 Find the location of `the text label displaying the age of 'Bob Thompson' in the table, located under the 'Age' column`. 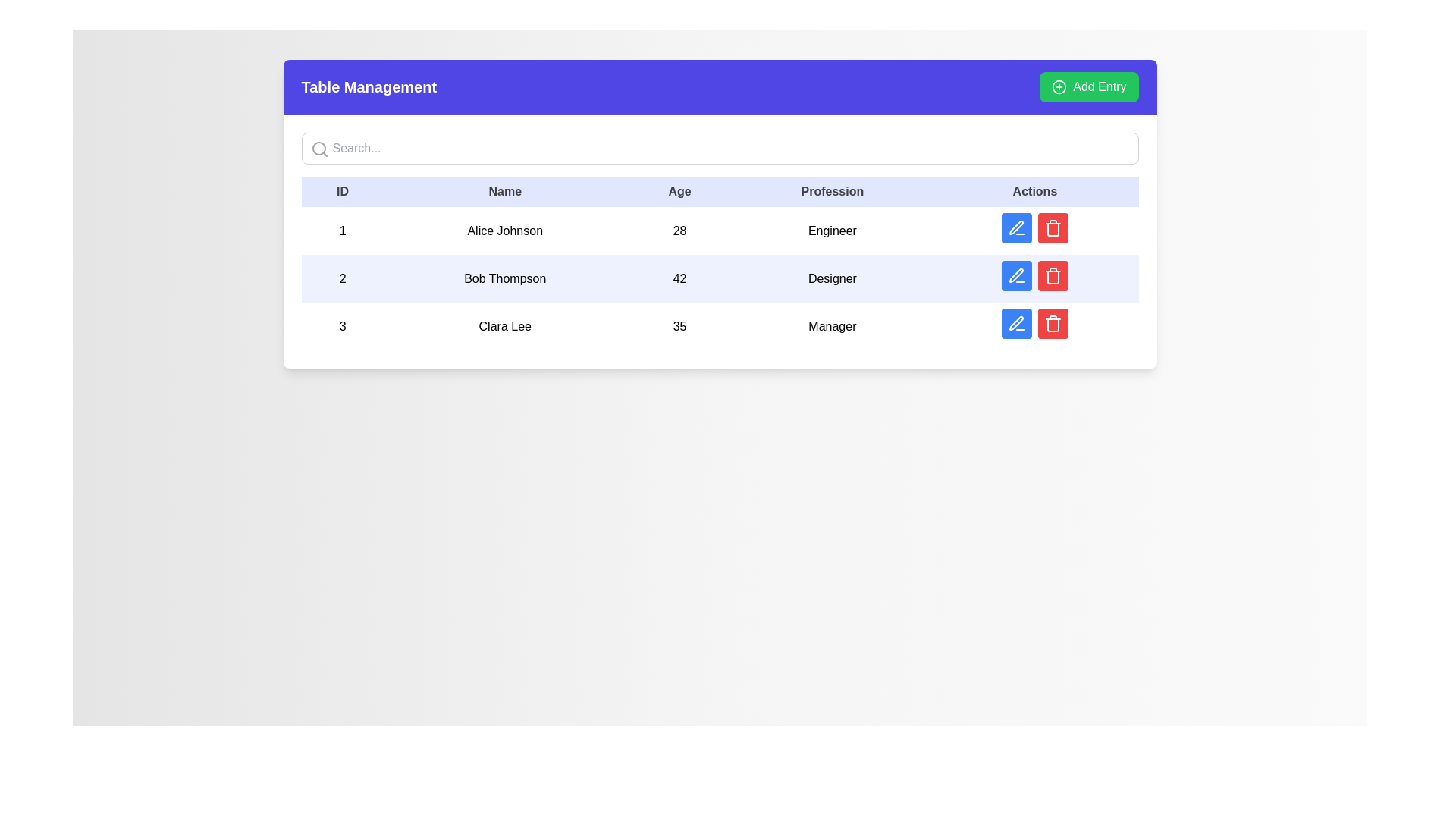

the text label displaying the age of 'Bob Thompson' in the table, located under the 'Age' column is located at coordinates (679, 278).